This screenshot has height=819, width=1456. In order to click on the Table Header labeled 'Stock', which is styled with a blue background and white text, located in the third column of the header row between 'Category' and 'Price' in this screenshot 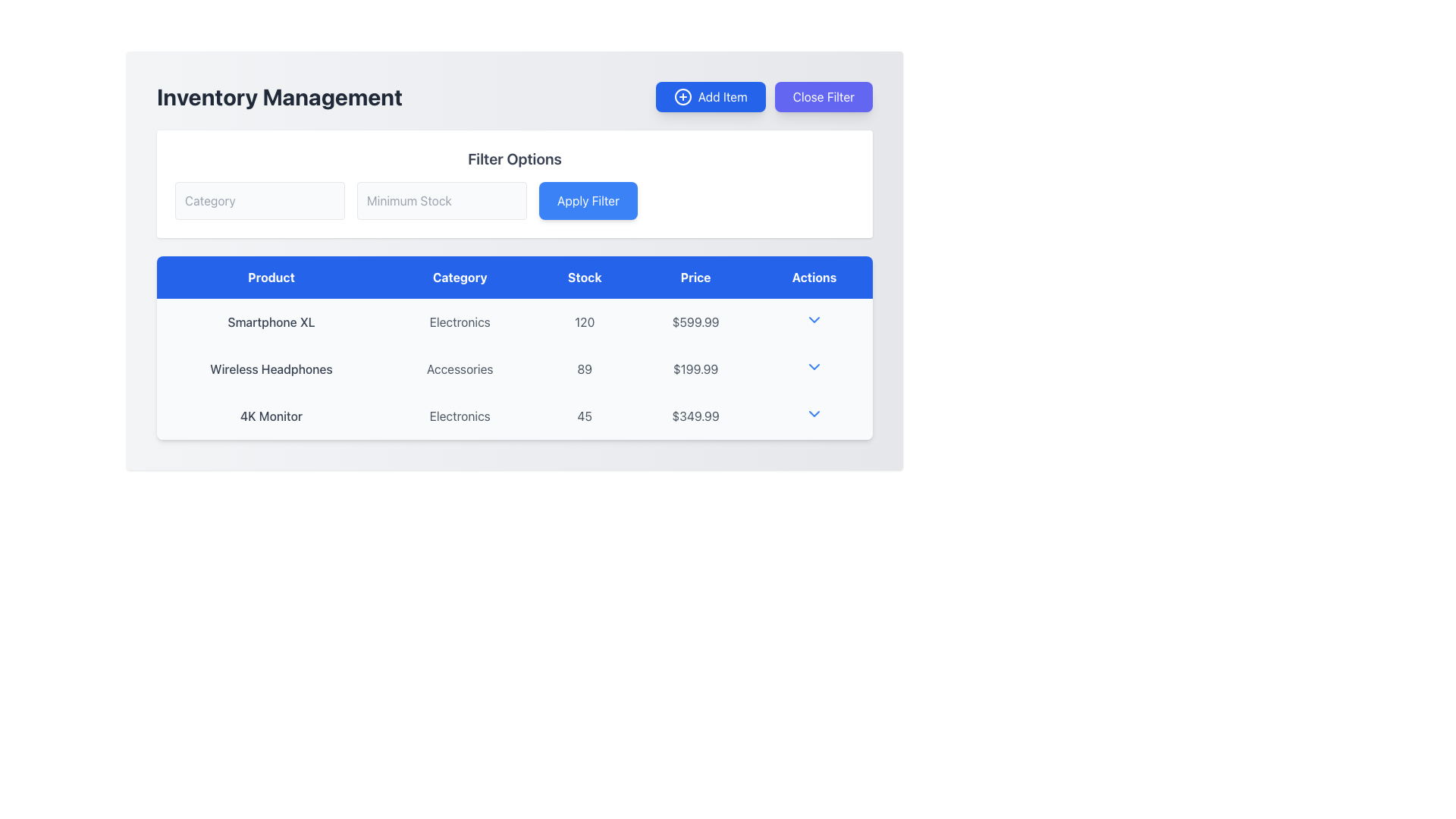, I will do `click(584, 278)`.